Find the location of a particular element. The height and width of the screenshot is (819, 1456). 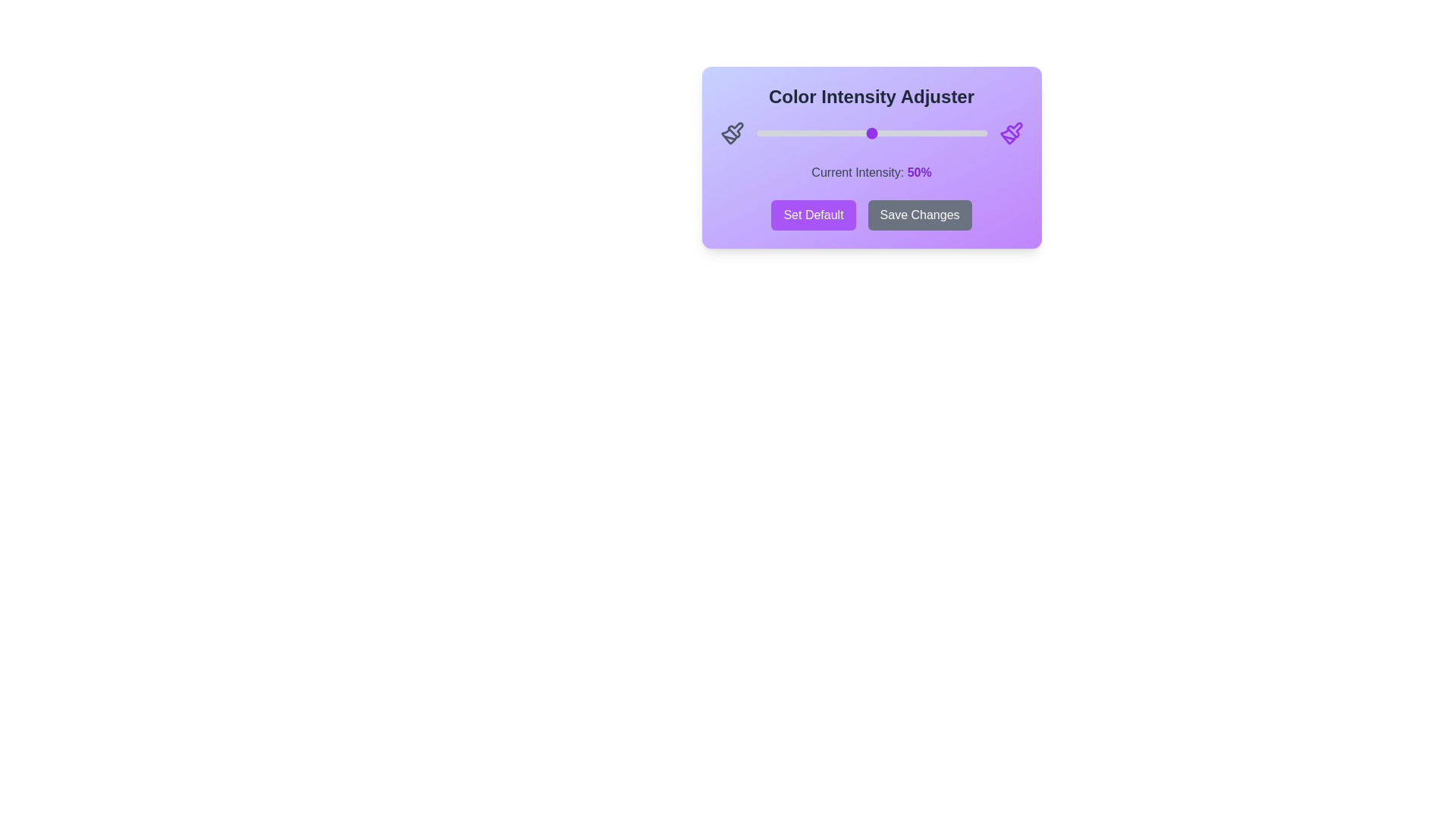

the slider to set the intensity to 53% is located at coordinates (878, 133).